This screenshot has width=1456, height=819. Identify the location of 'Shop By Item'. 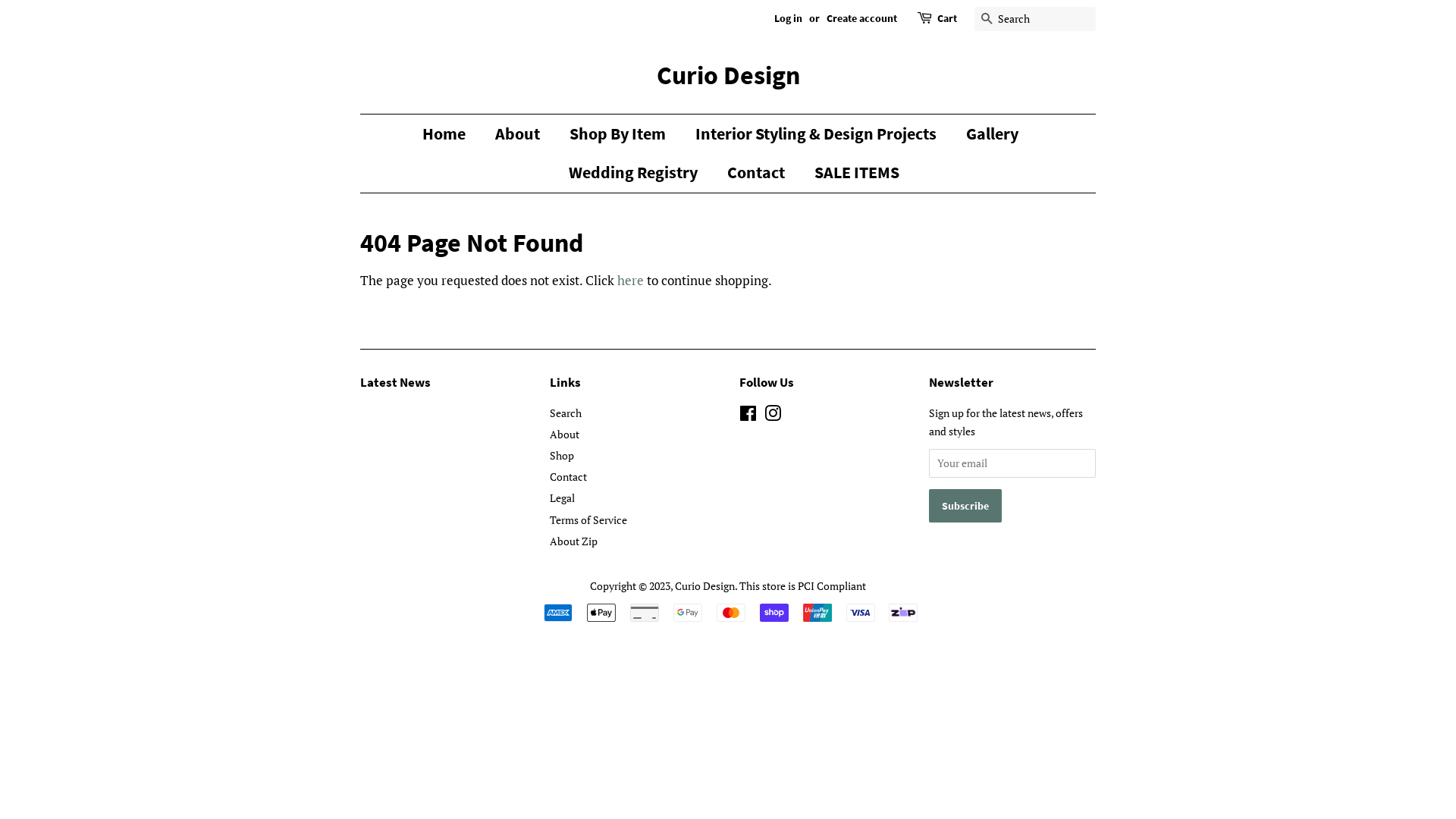
(619, 133).